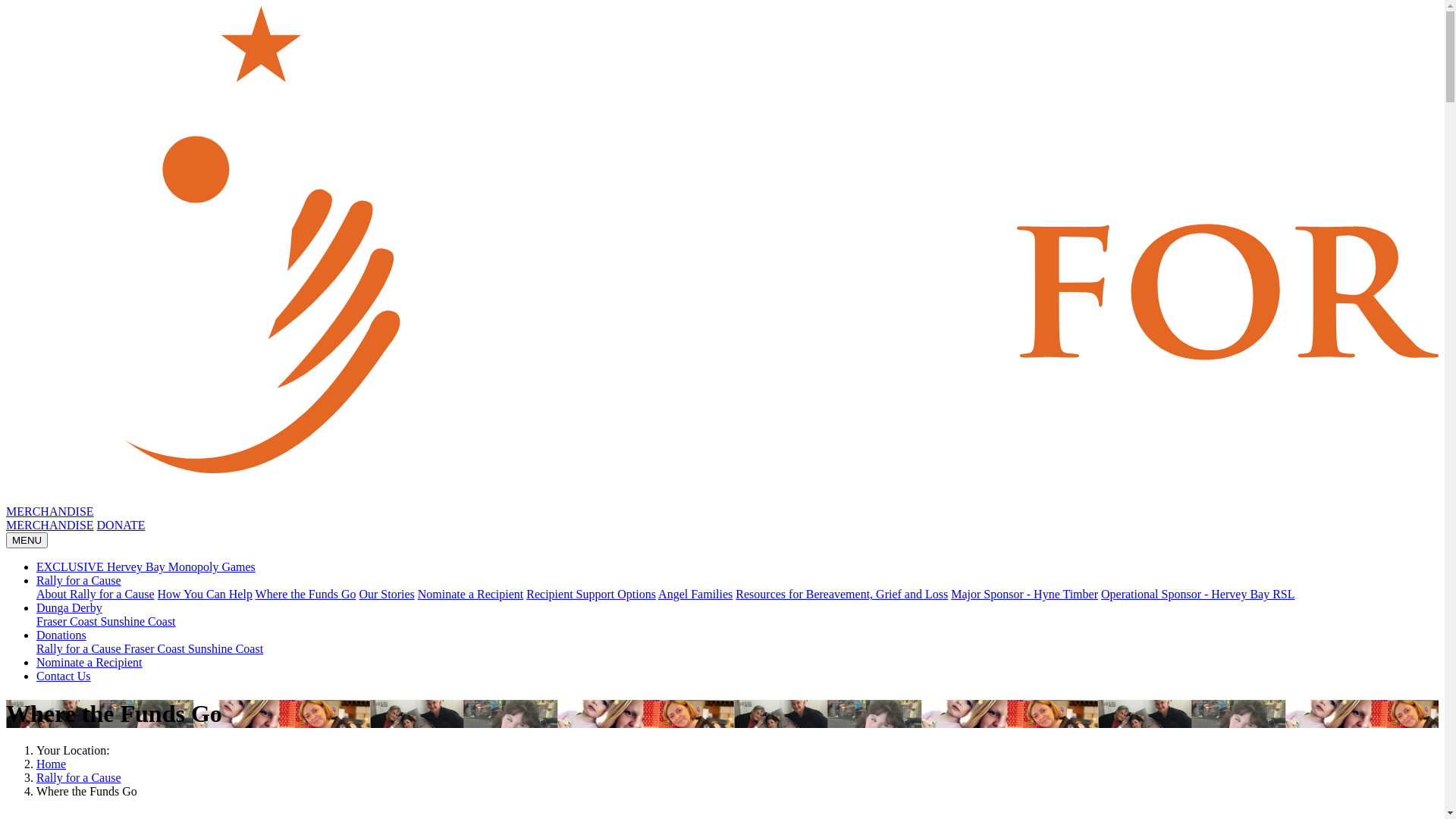 This screenshot has width=1456, height=819. I want to click on 'About Rally for a Cause', so click(94, 593).